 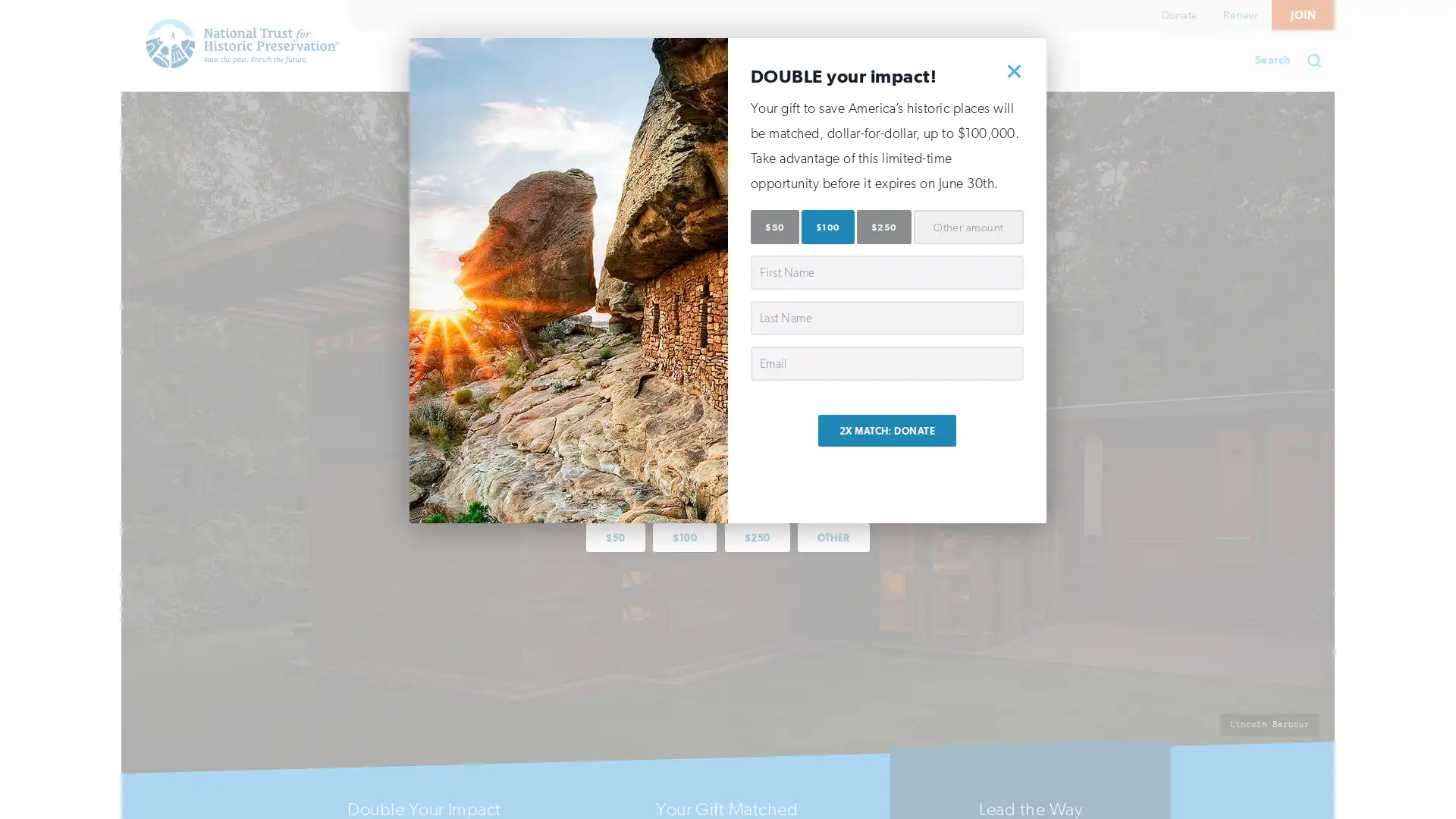 I want to click on Open Support section of the nav, so click(x=855, y=60).